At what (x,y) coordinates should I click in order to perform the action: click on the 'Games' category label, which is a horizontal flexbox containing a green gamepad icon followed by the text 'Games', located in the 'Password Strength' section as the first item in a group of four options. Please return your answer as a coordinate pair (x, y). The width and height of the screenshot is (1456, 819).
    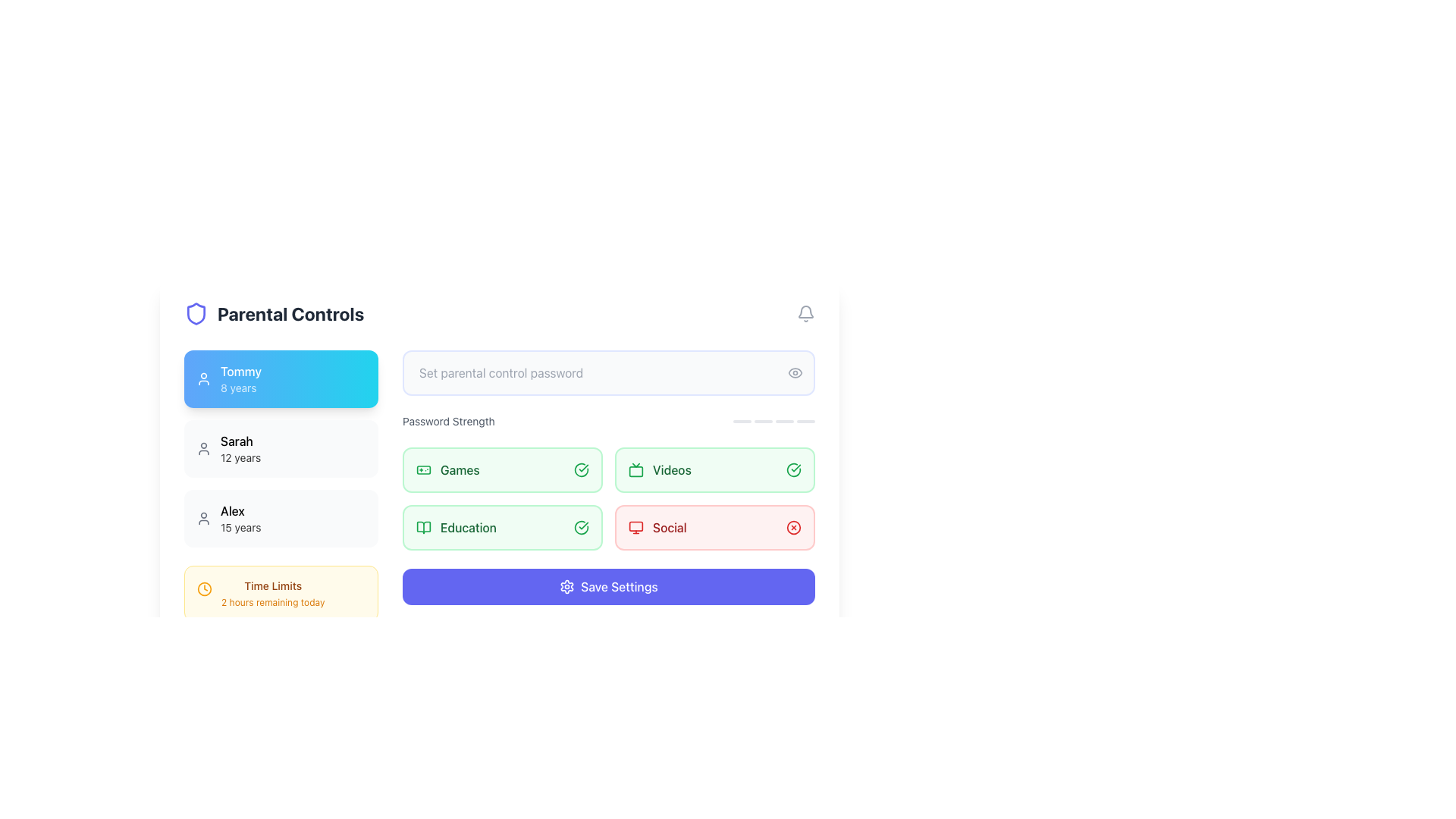
    Looking at the image, I should click on (447, 469).